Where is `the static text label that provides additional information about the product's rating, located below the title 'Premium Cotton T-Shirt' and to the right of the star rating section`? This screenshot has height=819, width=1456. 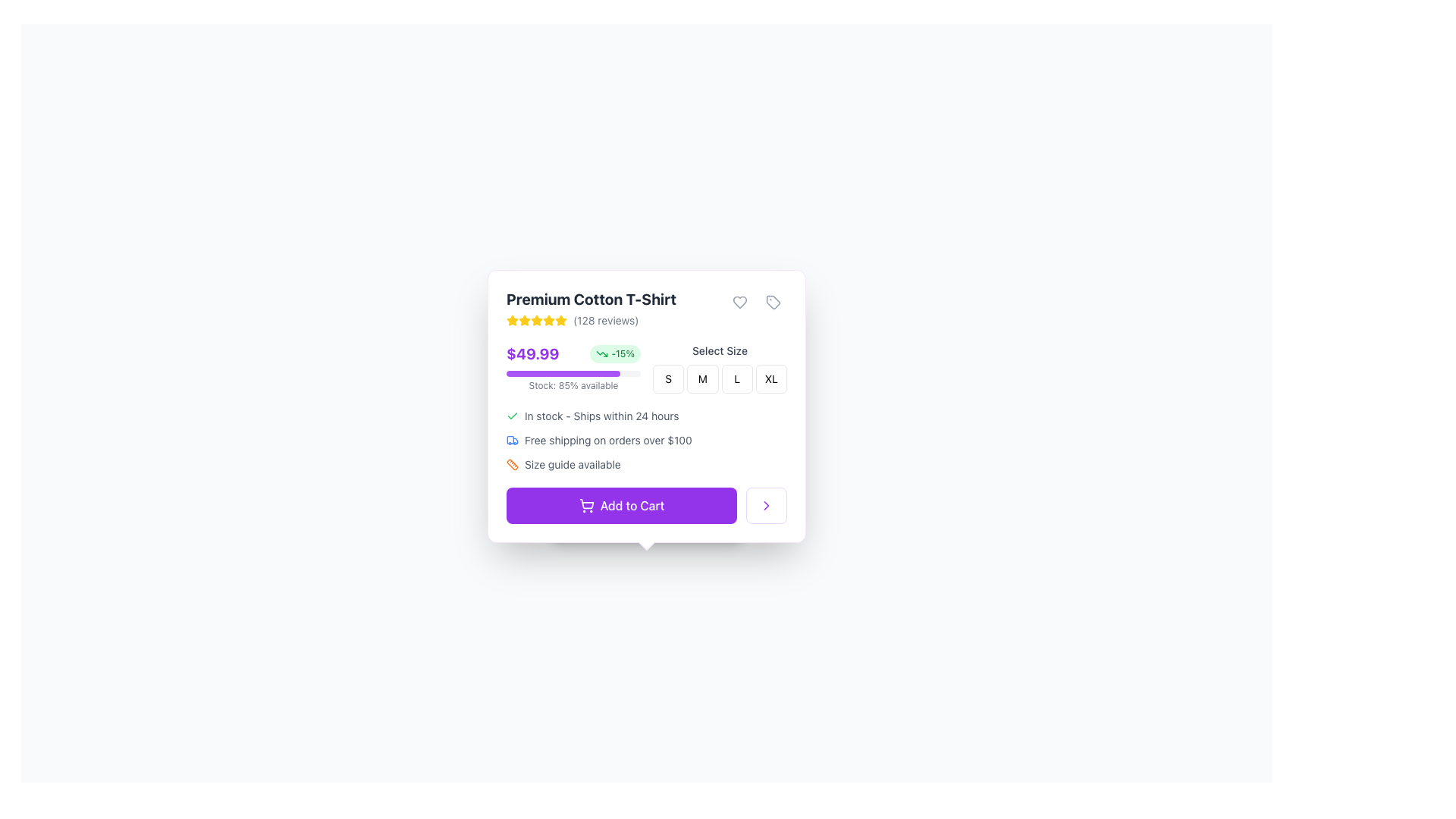
the static text label that provides additional information about the product's rating, located below the title 'Premium Cotton T-Shirt' and to the right of the star rating section is located at coordinates (590, 320).